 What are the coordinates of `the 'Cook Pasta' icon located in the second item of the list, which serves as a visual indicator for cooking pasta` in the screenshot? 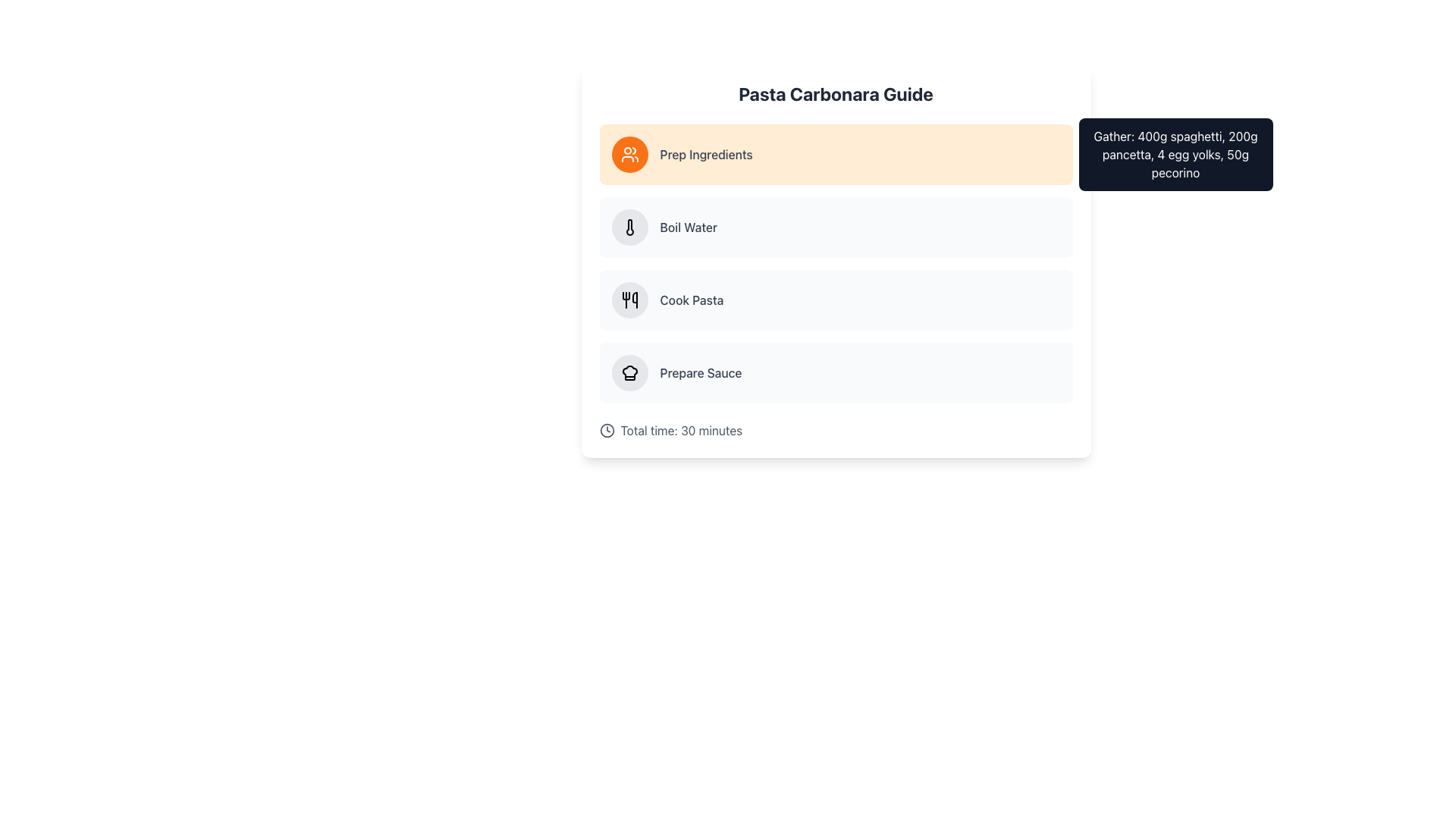 It's located at (629, 300).